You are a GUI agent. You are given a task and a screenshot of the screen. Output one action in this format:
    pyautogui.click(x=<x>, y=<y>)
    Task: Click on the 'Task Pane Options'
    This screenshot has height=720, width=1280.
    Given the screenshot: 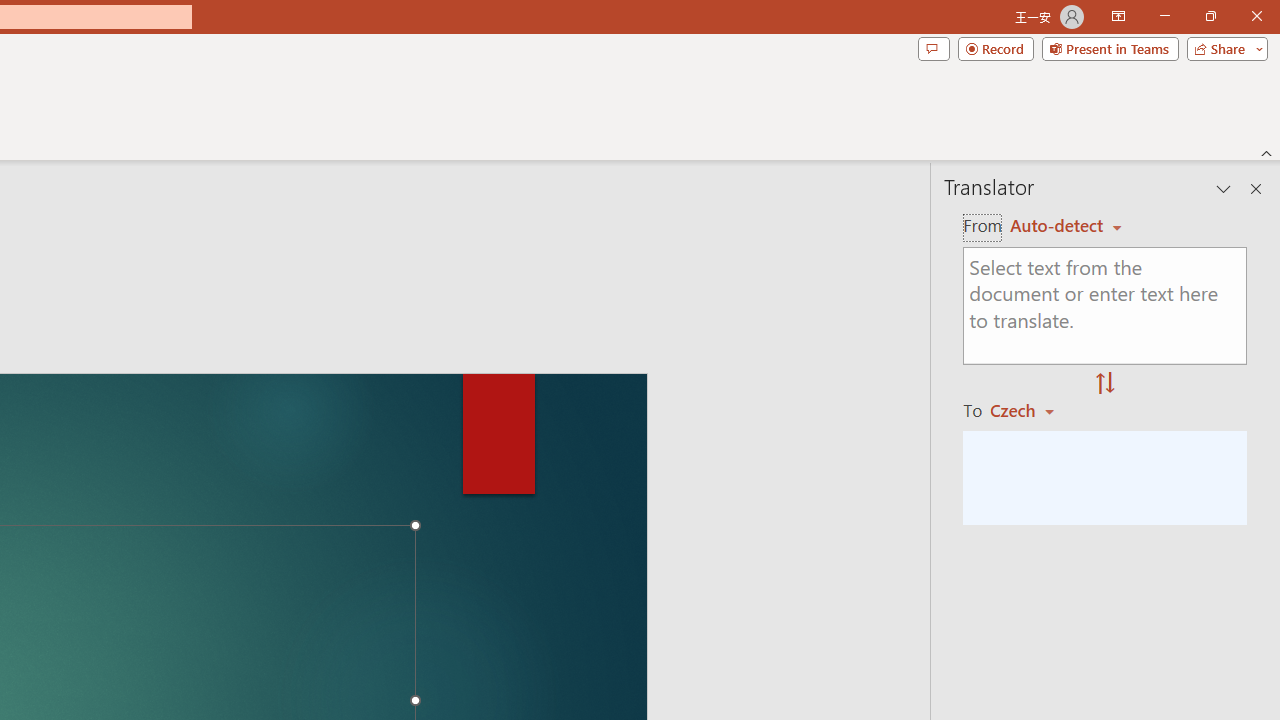 What is the action you would take?
    pyautogui.click(x=1223, y=189)
    